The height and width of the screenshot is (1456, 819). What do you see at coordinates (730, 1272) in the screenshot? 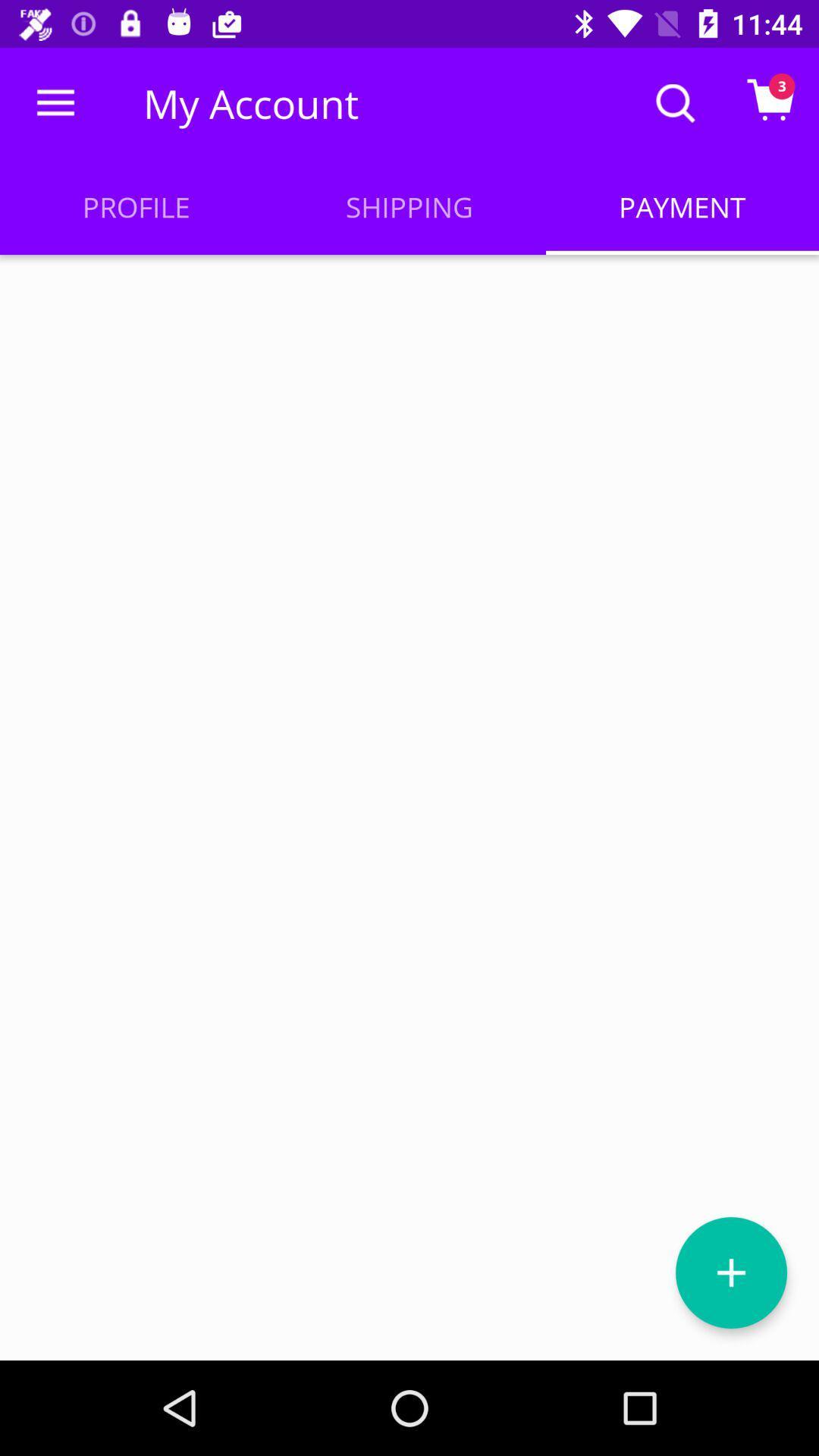
I see `icon at the bottom right corner` at bounding box center [730, 1272].